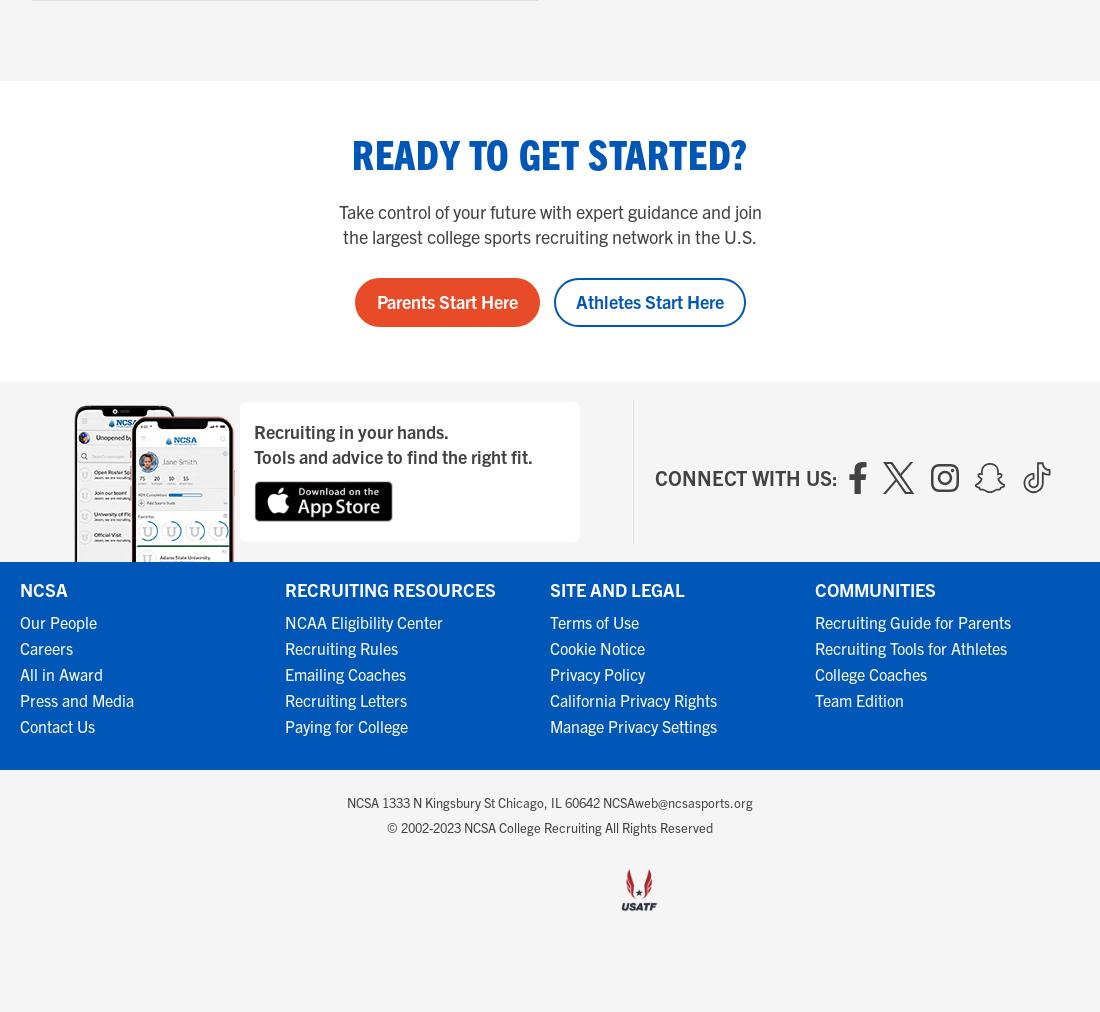 This screenshot has width=1100, height=1012. Describe the element at coordinates (19, 726) in the screenshot. I see `'Contact Us'` at that location.